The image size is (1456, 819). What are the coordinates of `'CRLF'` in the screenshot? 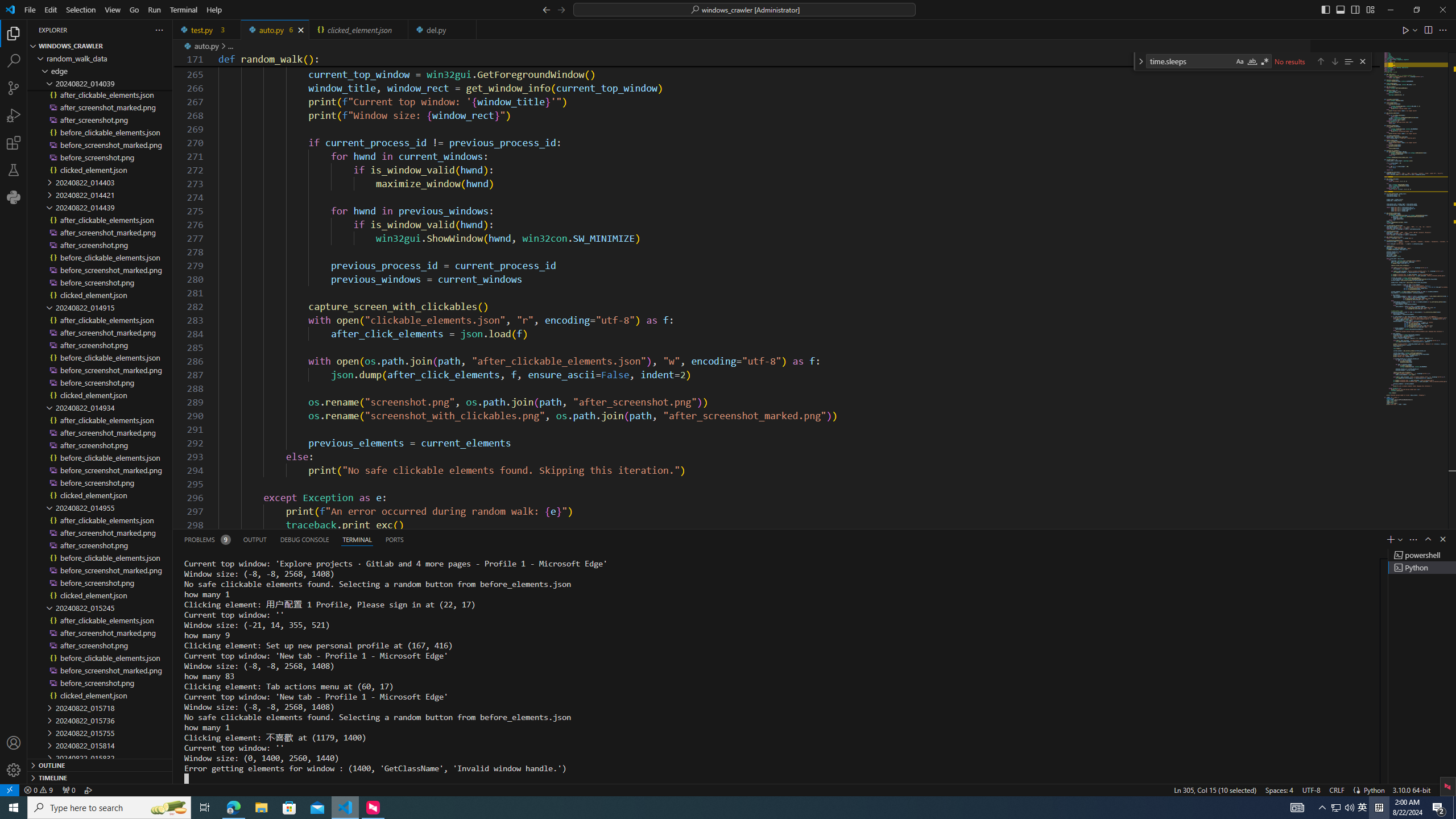 It's located at (1336, 789).